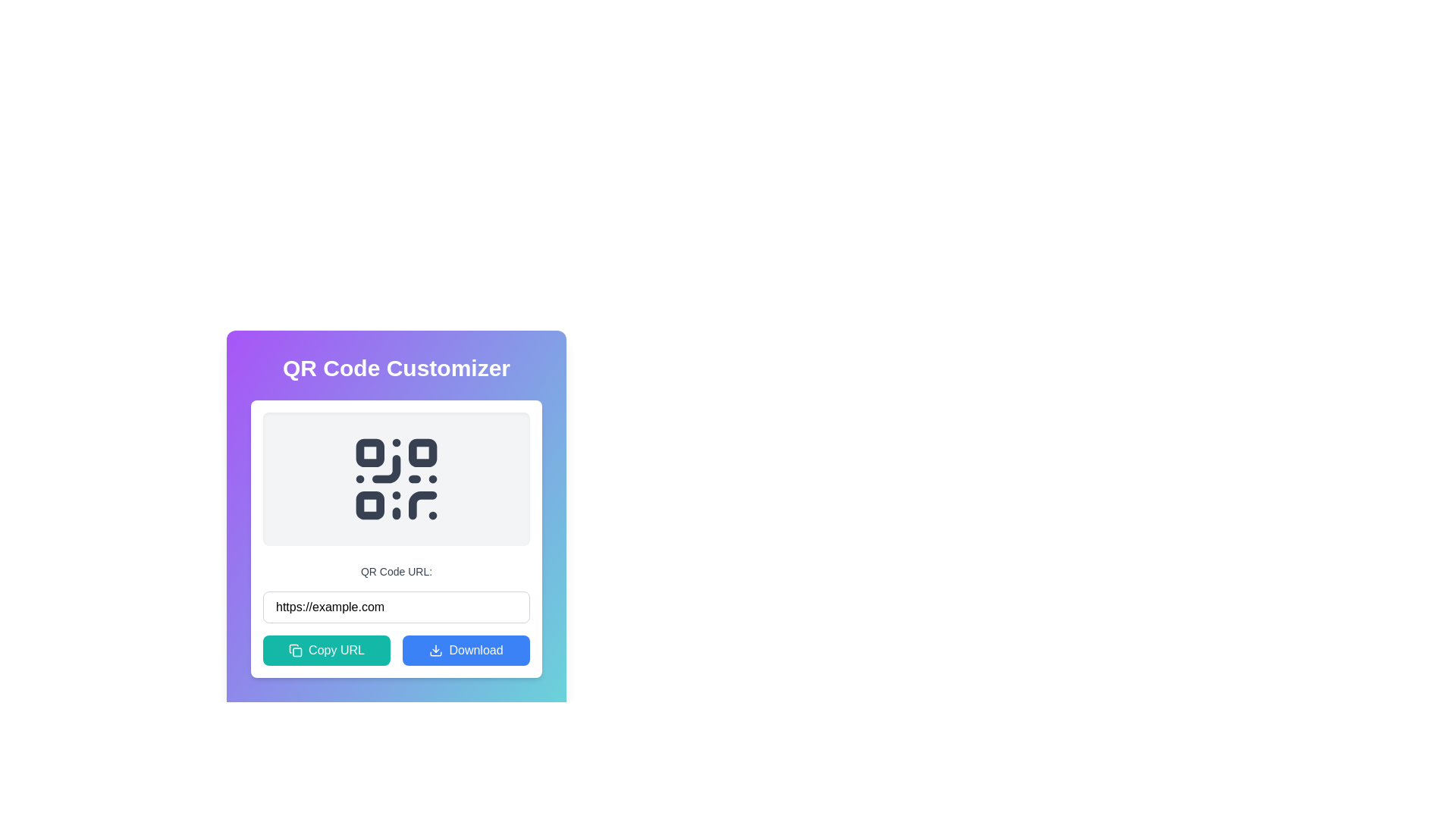  Describe the element at coordinates (397, 479) in the screenshot. I see `and scan the QR code represented by the graphic element located beneath the header text 'QR Code Customizer'` at that location.